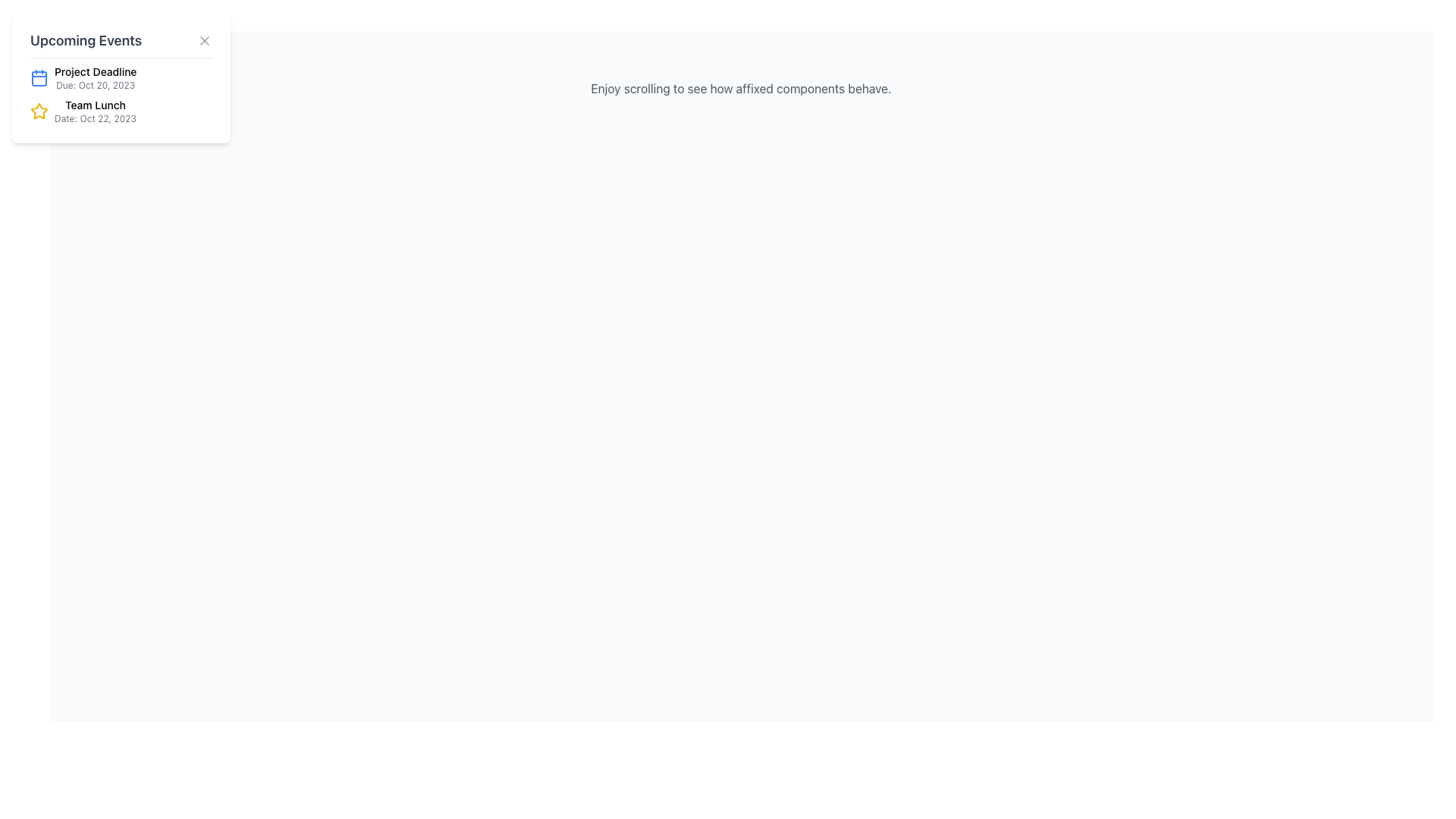 The height and width of the screenshot is (819, 1456). What do you see at coordinates (120, 110) in the screenshot?
I see `the list item labeled 'Team Lunch' that features a yellow star icon and displays the date 'Oct 22, 2023' beneath the entry 'Project Deadline'` at bounding box center [120, 110].